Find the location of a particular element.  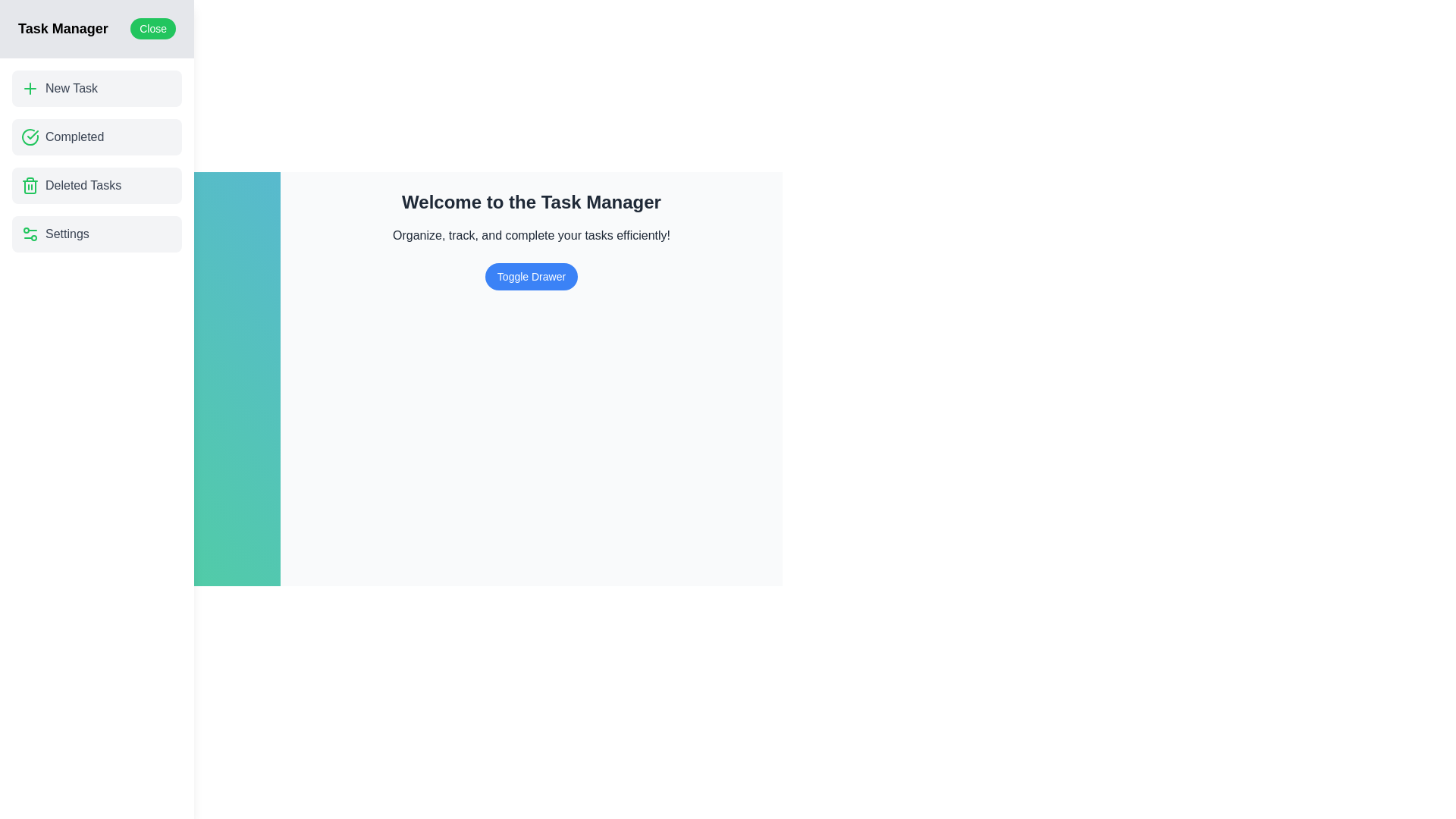

the item Completed from the drawer menu is located at coordinates (96, 137).